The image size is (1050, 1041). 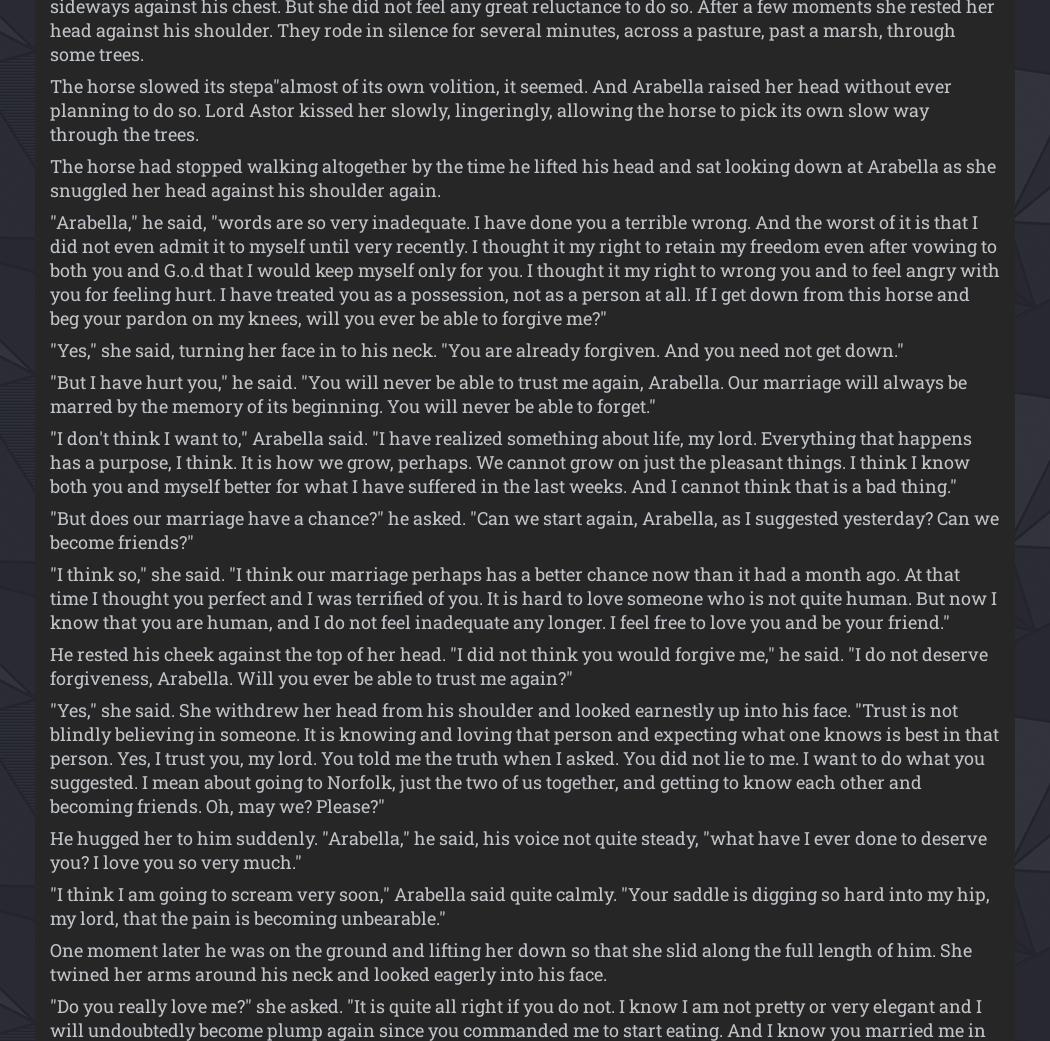 What do you see at coordinates (48, 757) in the screenshot?
I see `'"Yes," she said. She withdrew her head from his shoulder and looked earnestly up into his face. "Trust is not blindly believing in someone. It is knowing and loving that person and expecting what one knows is best in that person. Yes, I trust you, my lord. You told me the truth when I asked. You did not lie to me. I want to do what you suggested. I mean about going to Norfolk, just the two of us together, and getting to know each other and becoming friends. Oh, may we? Please?"'` at bounding box center [48, 757].